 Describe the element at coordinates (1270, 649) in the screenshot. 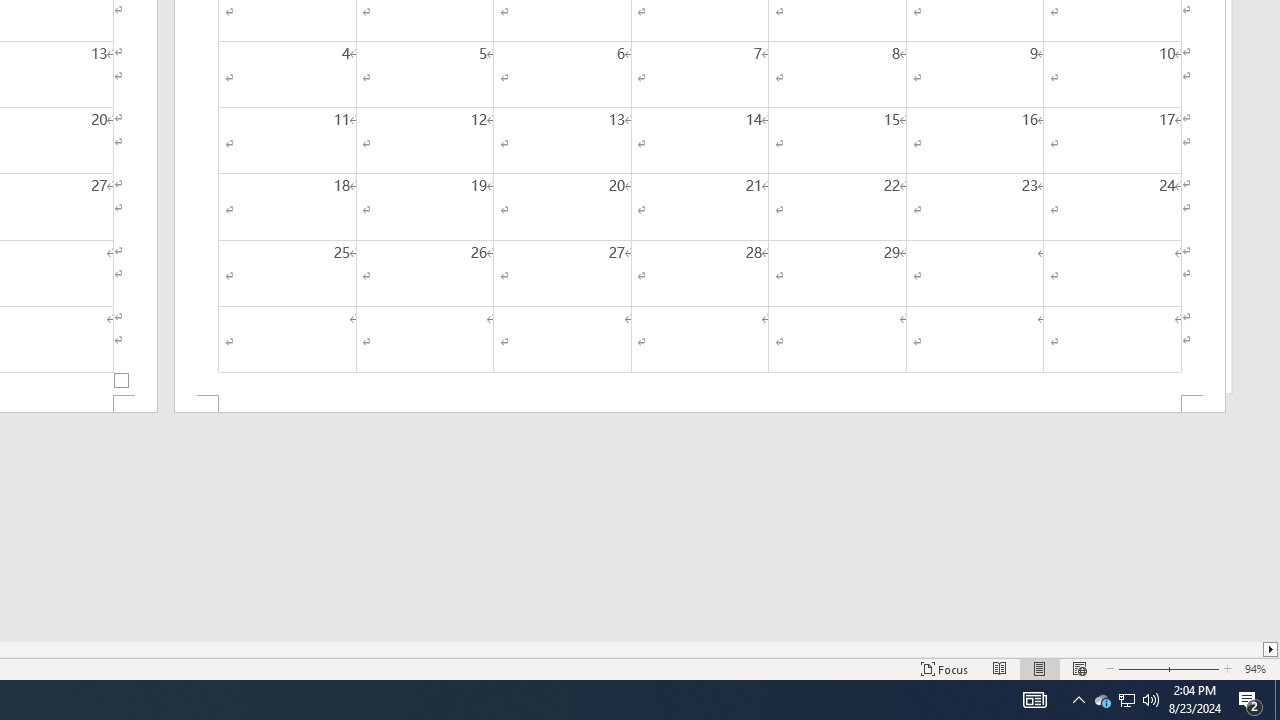

I see `'Column right'` at that location.